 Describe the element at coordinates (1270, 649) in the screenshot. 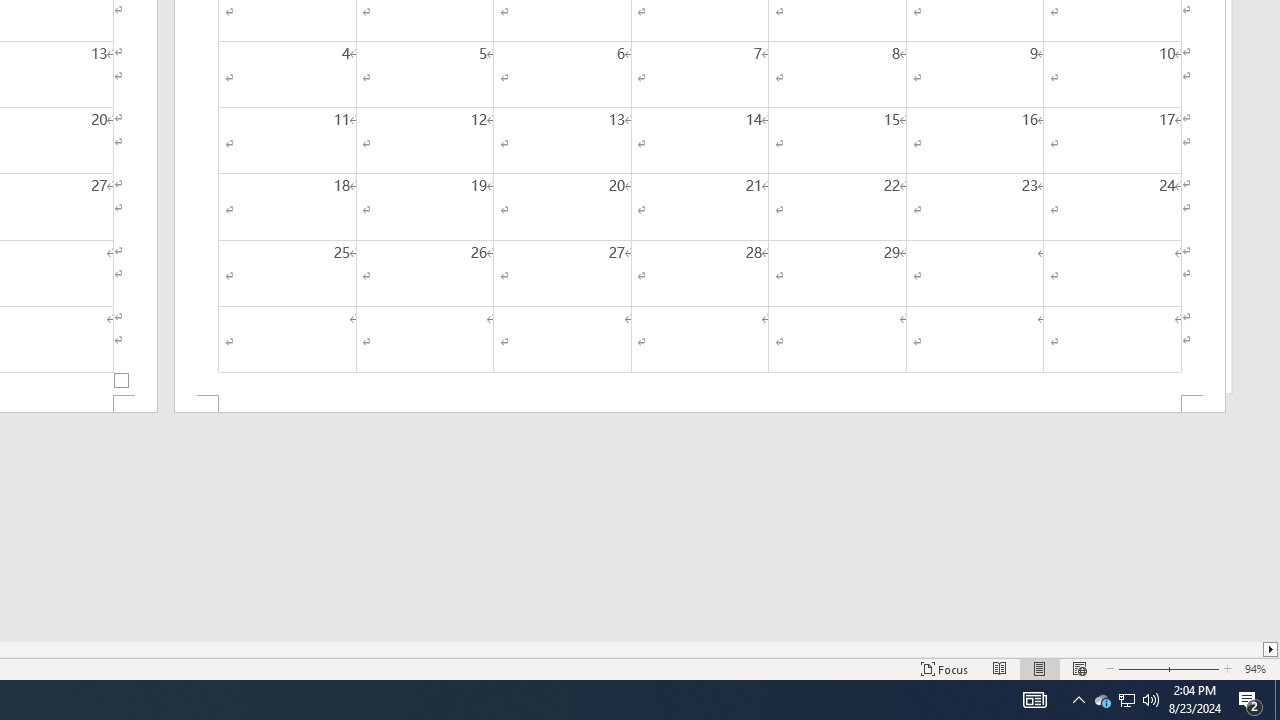

I see `'Column right'` at that location.